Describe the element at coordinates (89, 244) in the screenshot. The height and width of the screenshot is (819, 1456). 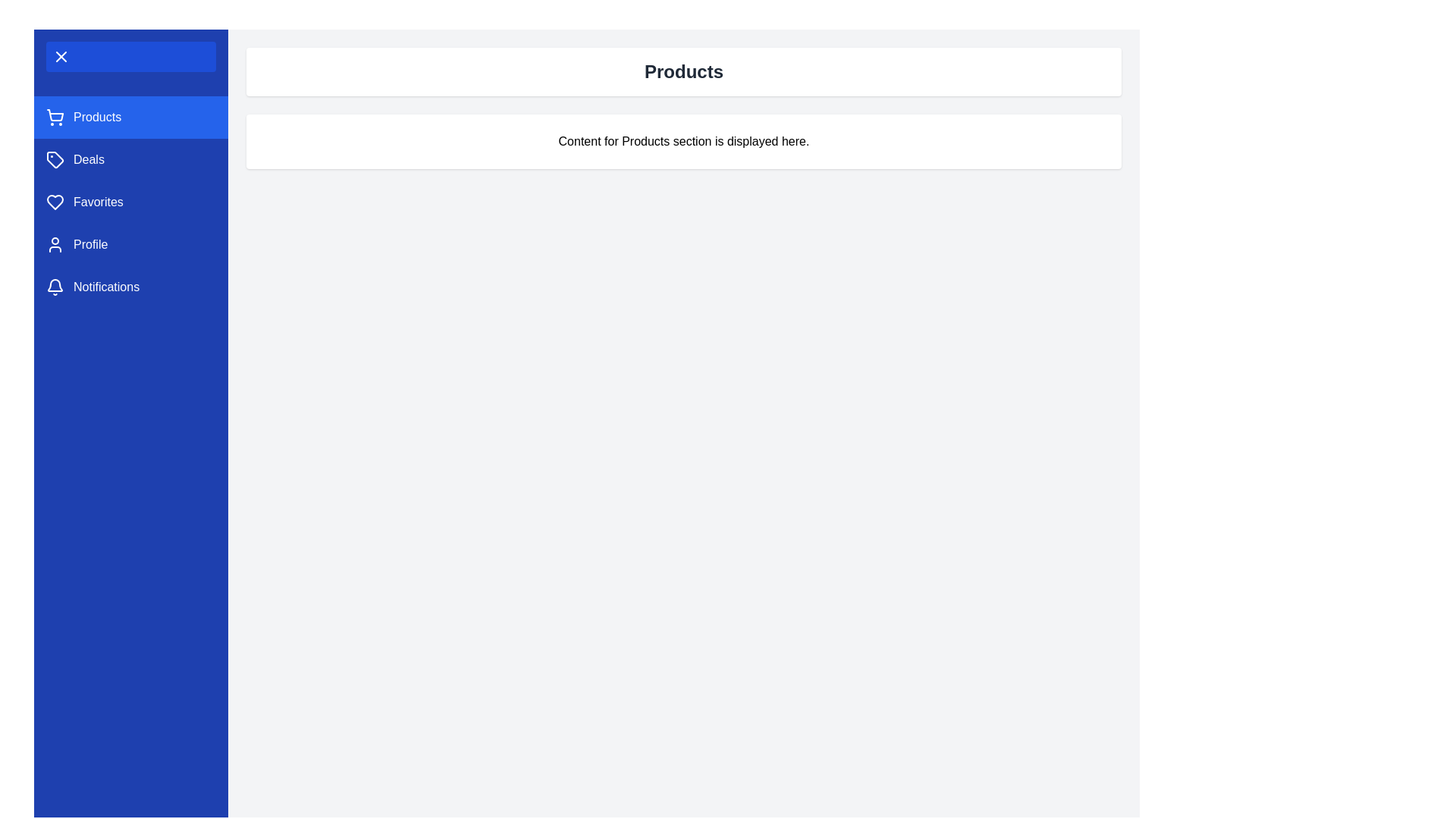
I see `information displayed on the 'Profile' text label, which is styled in white color on a blue background and is part of the vertical navigation menu` at that location.